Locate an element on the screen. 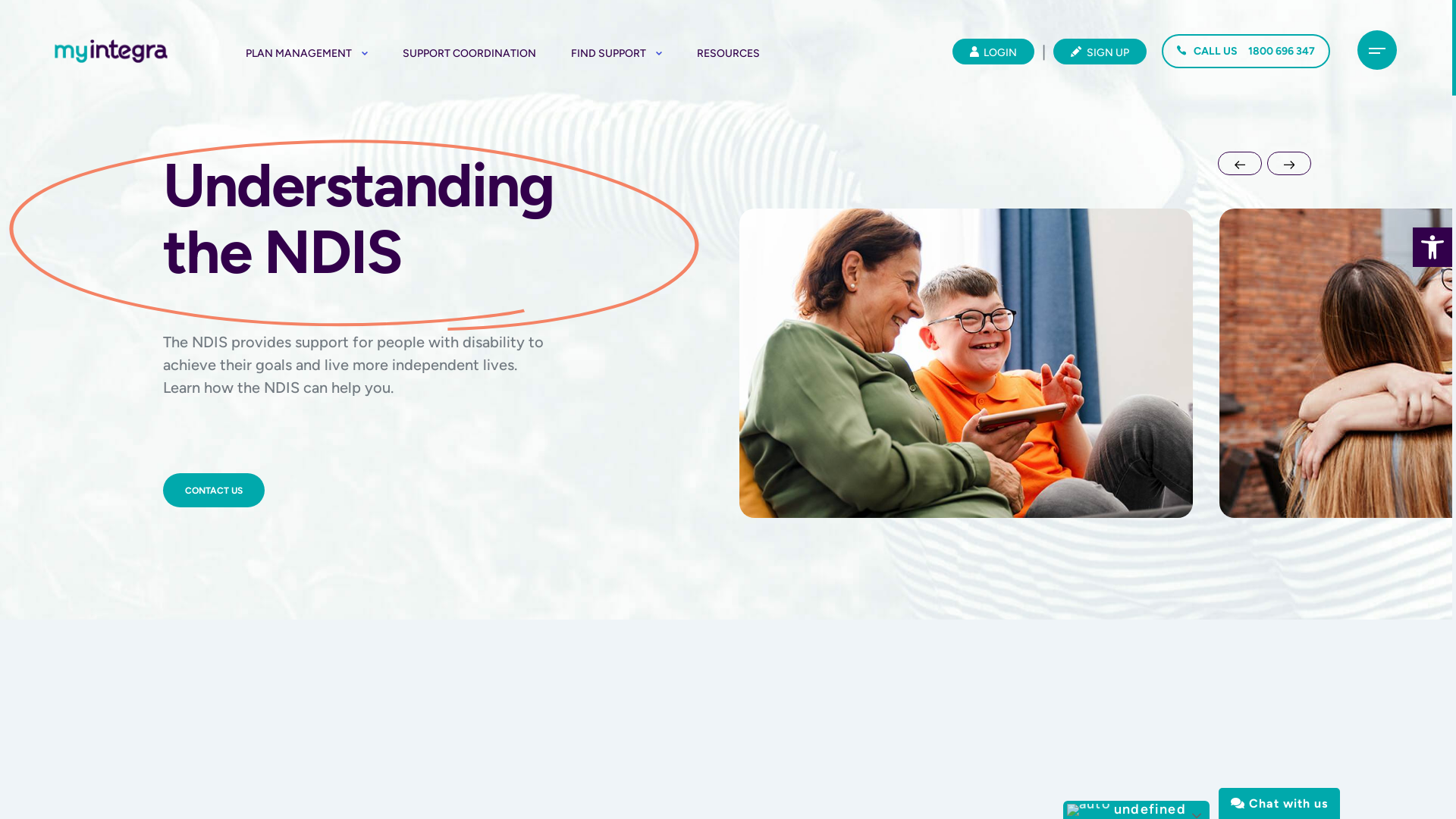 This screenshot has width=1456, height=819. 'SIGN UP' is located at coordinates (1100, 51).